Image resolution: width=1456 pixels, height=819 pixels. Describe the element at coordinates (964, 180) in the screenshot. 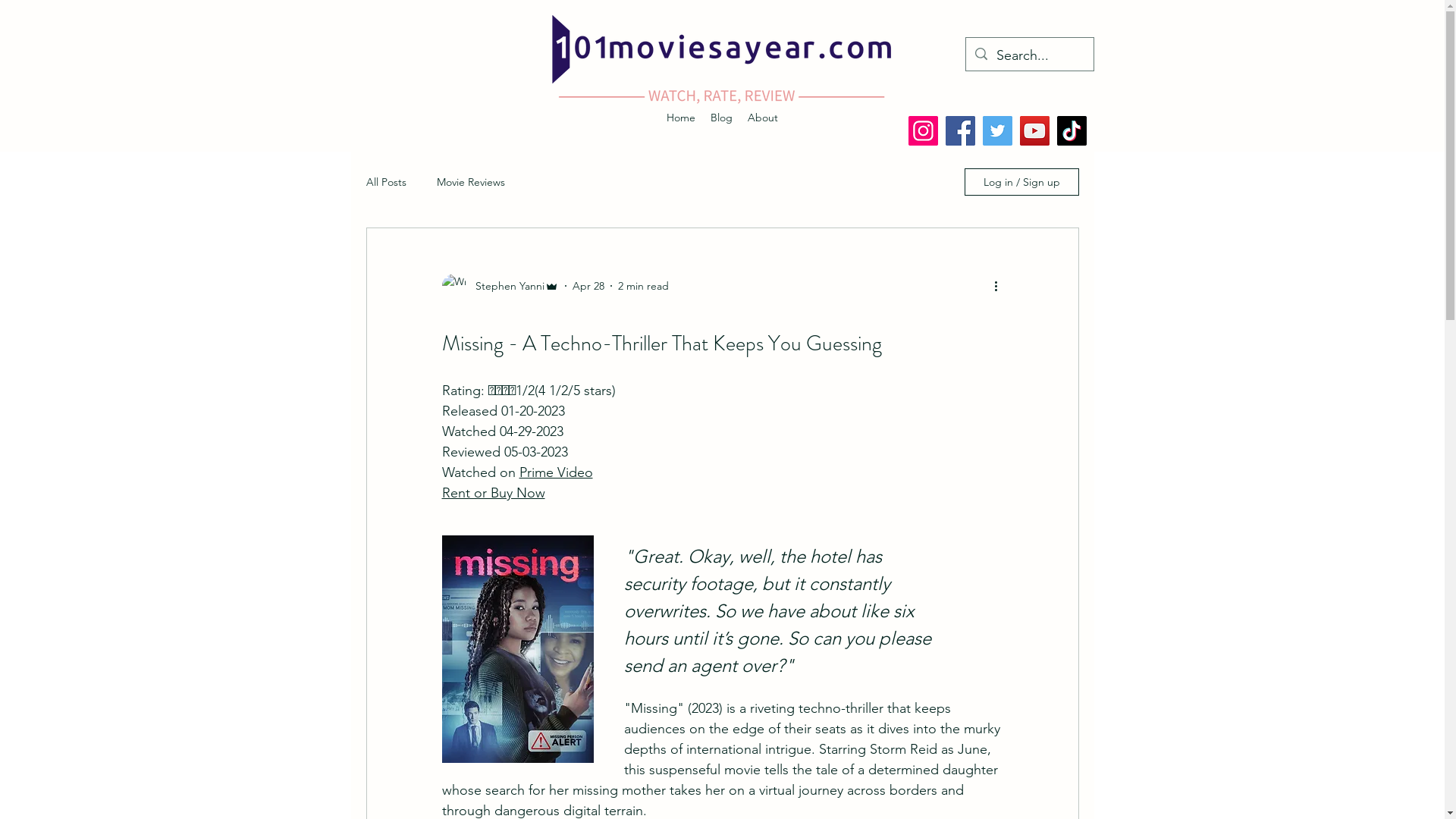

I see `'Log in / Sign up'` at that location.